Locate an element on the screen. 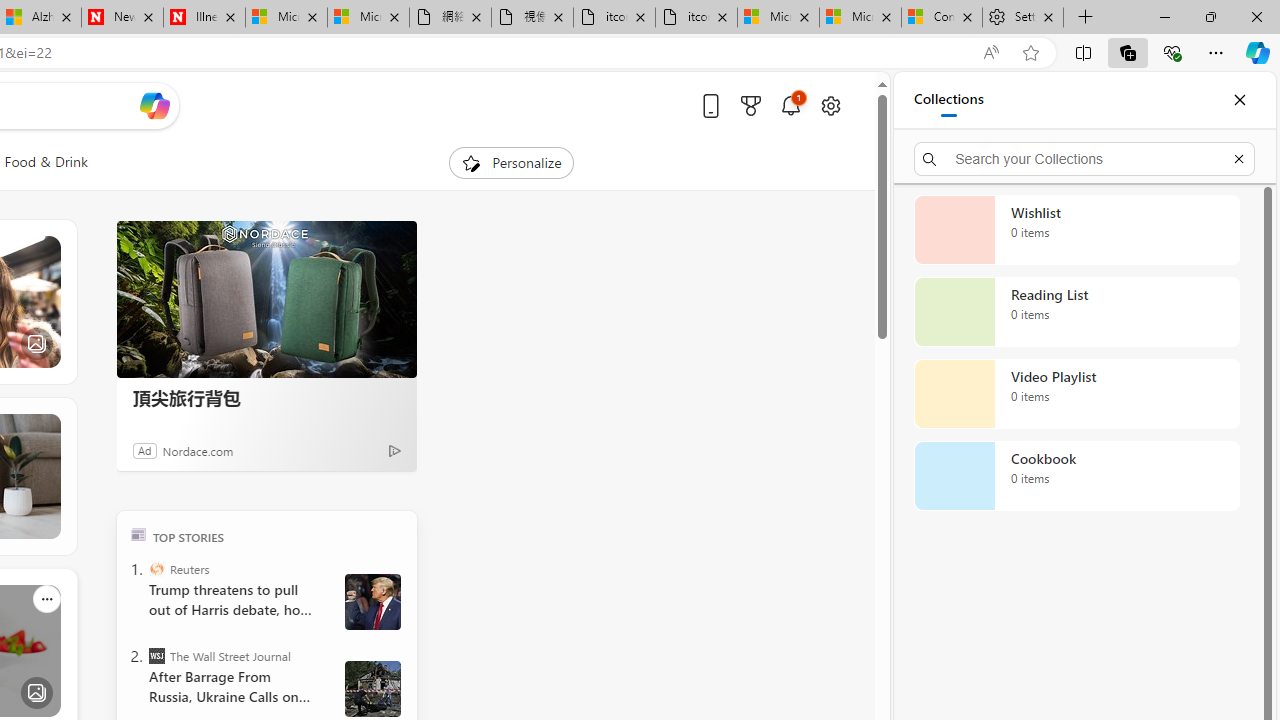  'Reading List collection, 0 items' is located at coordinates (1076, 312).